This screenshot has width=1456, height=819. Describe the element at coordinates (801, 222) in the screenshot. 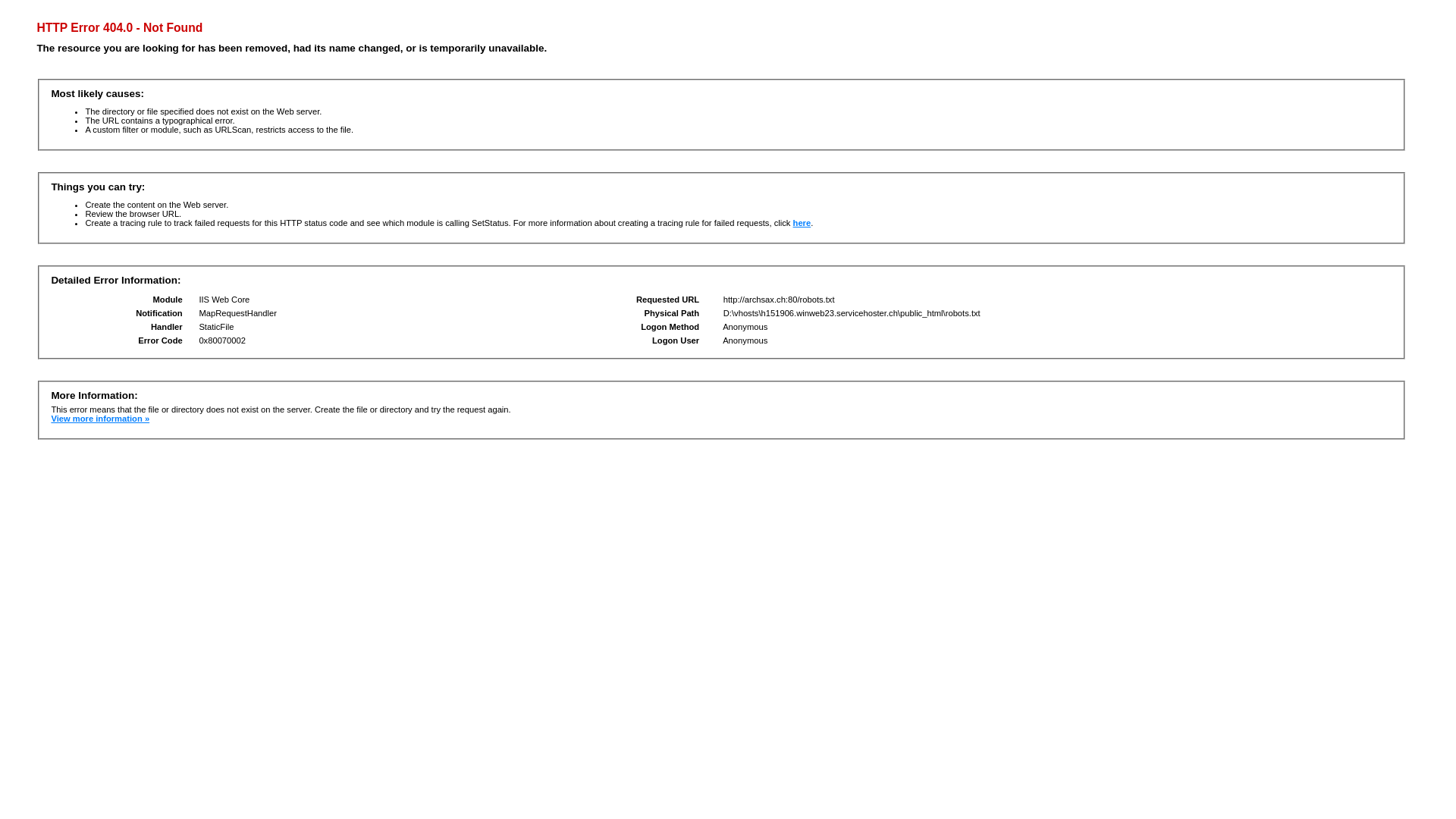

I see `'here'` at that location.